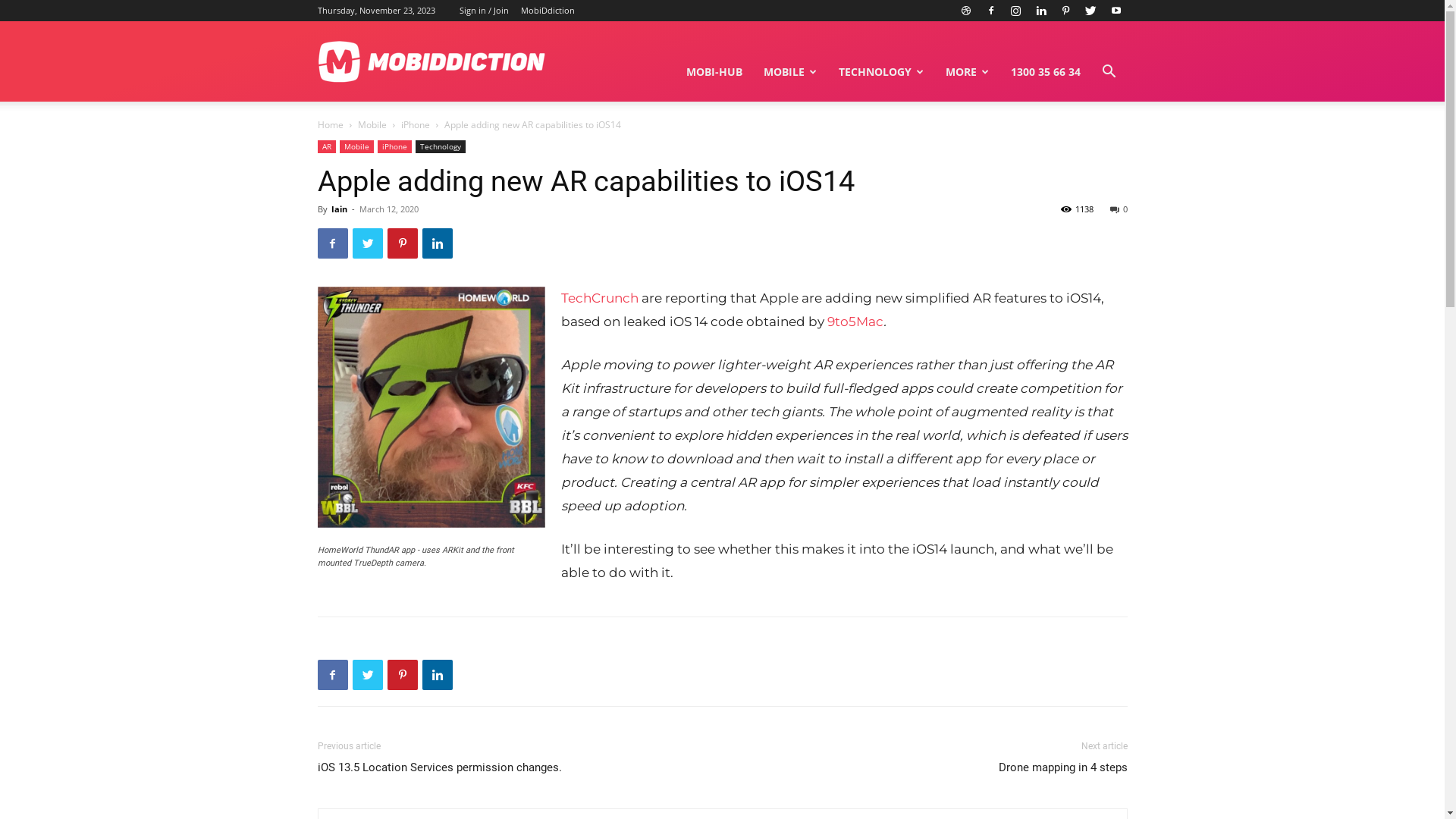 This screenshot has height=819, width=1456. What do you see at coordinates (1084, 143) in the screenshot?
I see `'Search'` at bounding box center [1084, 143].